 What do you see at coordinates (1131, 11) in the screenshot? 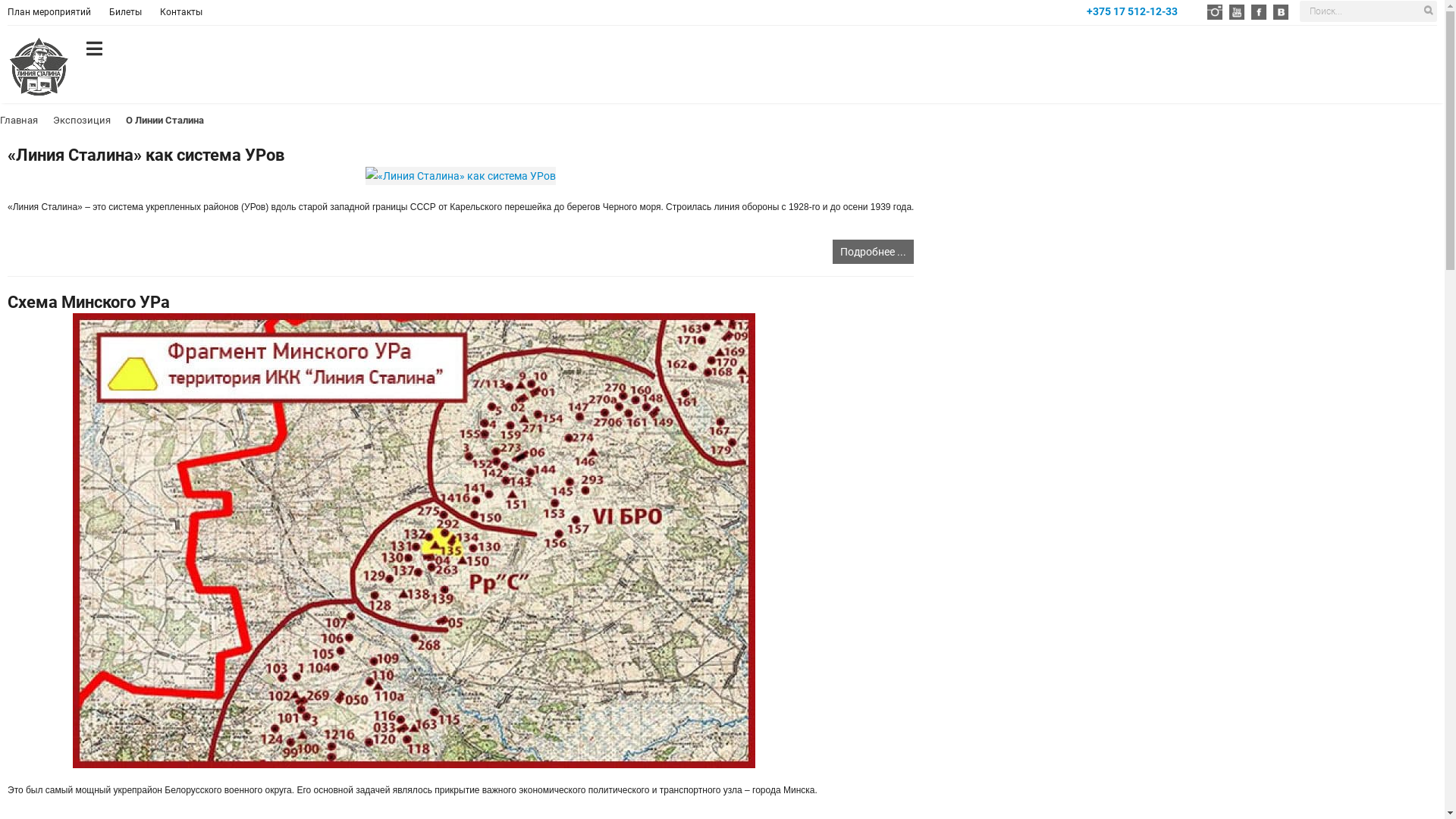
I see `'+375 17 512-12-33'` at bounding box center [1131, 11].